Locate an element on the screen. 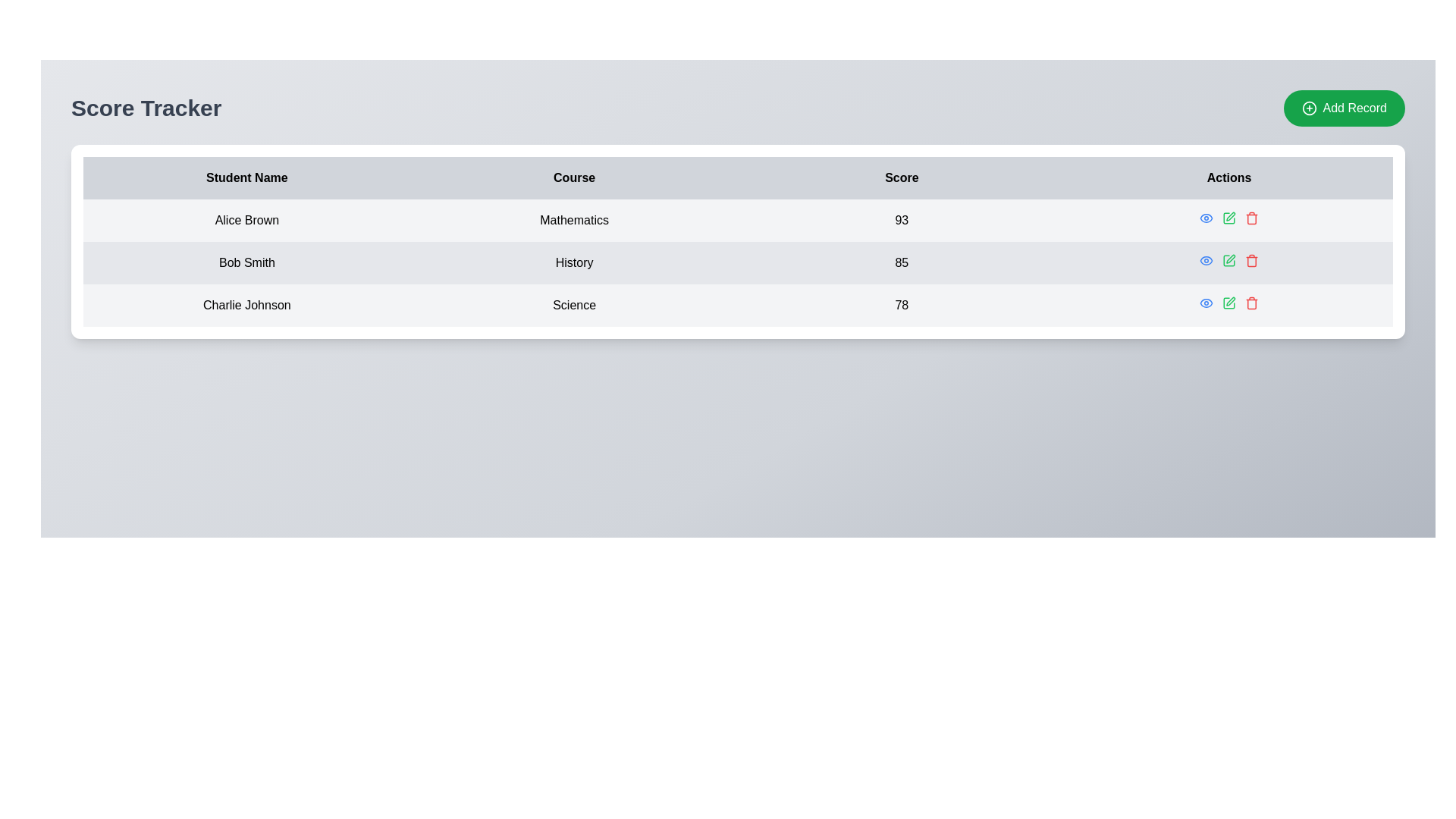 This screenshot has width=1456, height=819. the text label displaying 'Charlie Johnson' in the 'Student Name' column, which is located in the third row of the student information table is located at coordinates (246, 305).